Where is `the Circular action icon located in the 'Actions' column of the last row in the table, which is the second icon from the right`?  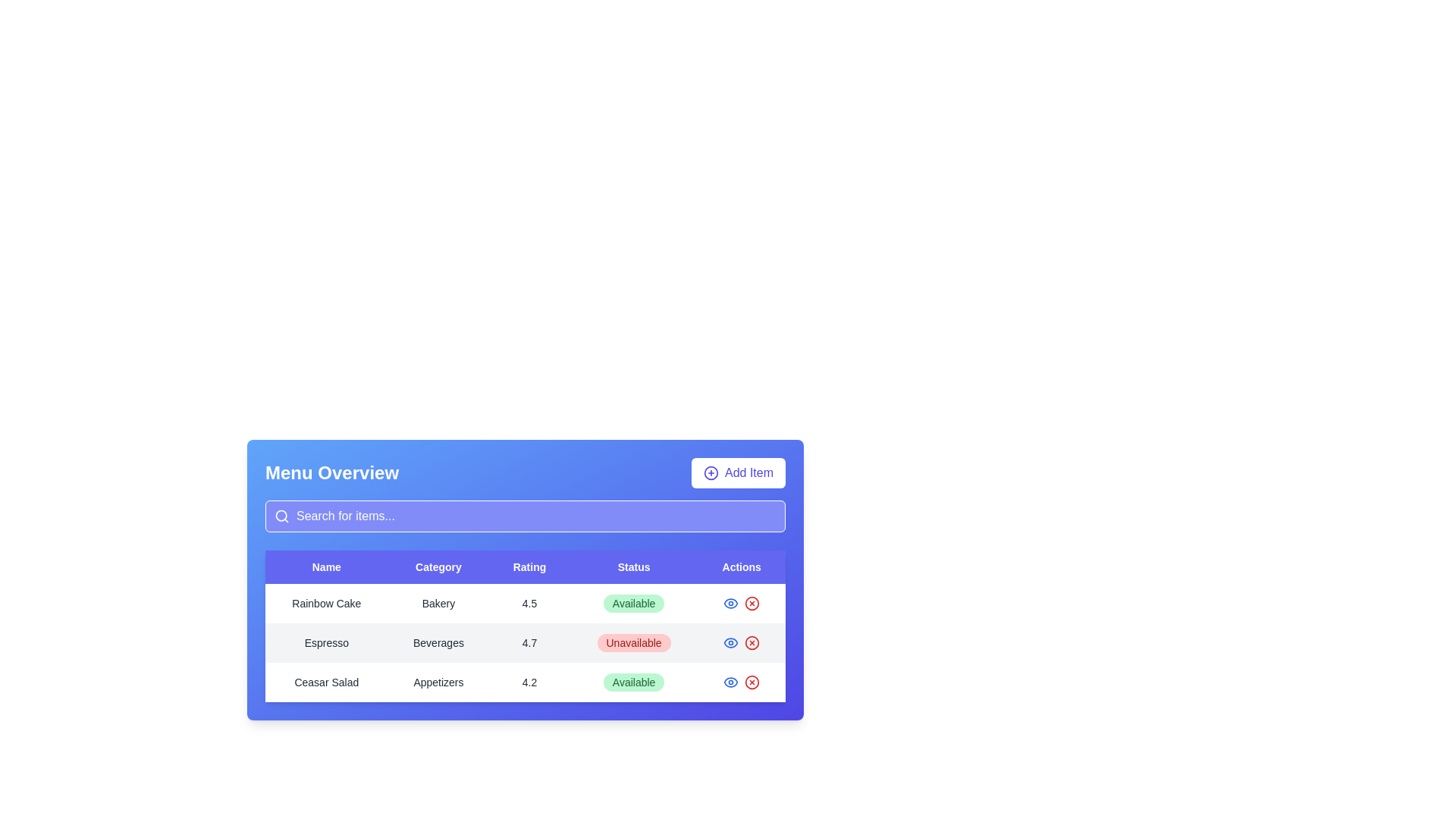 the Circular action icon located in the 'Actions' column of the last row in the table, which is the second icon from the right is located at coordinates (752, 681).